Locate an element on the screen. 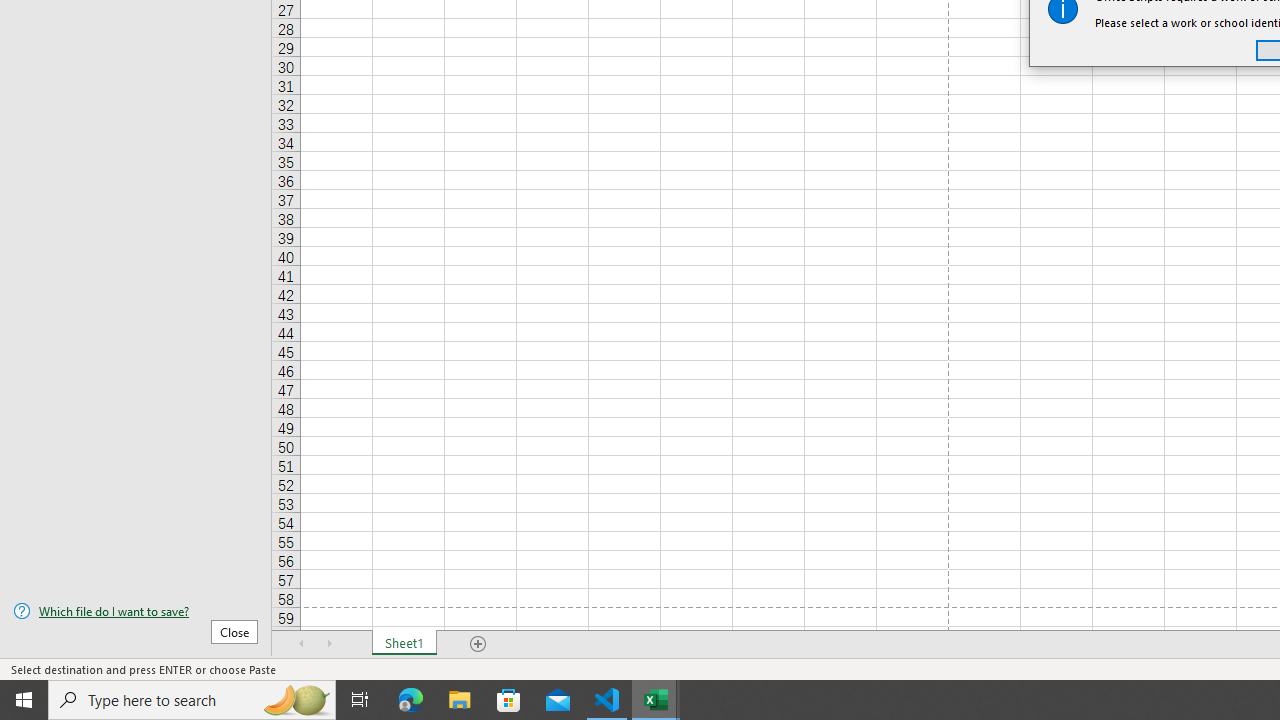 This screenshot has height=720, width=1280. 'Visual Studio Code - 1 running window' is located at coordinates (606, 698).